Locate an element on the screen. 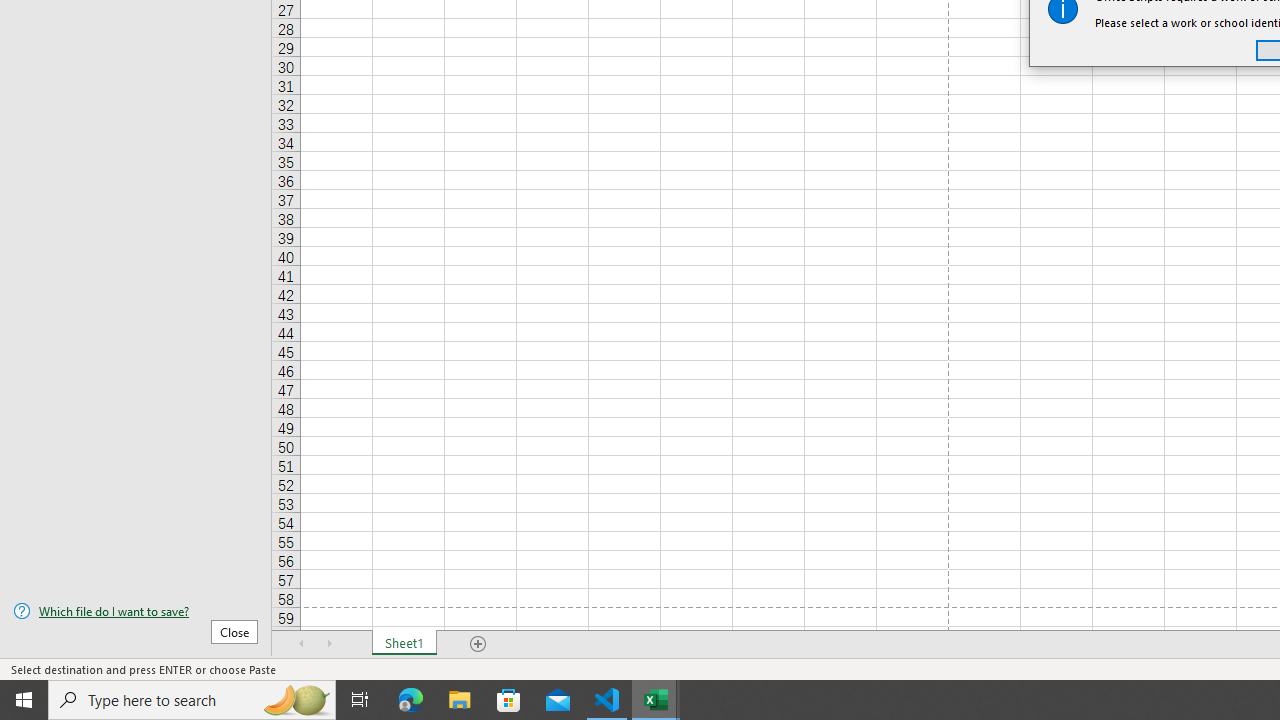 This screenshot has height=720, width=1280. 'Visual Studio Code - 1 running window' is located at coordinates (606, 698).